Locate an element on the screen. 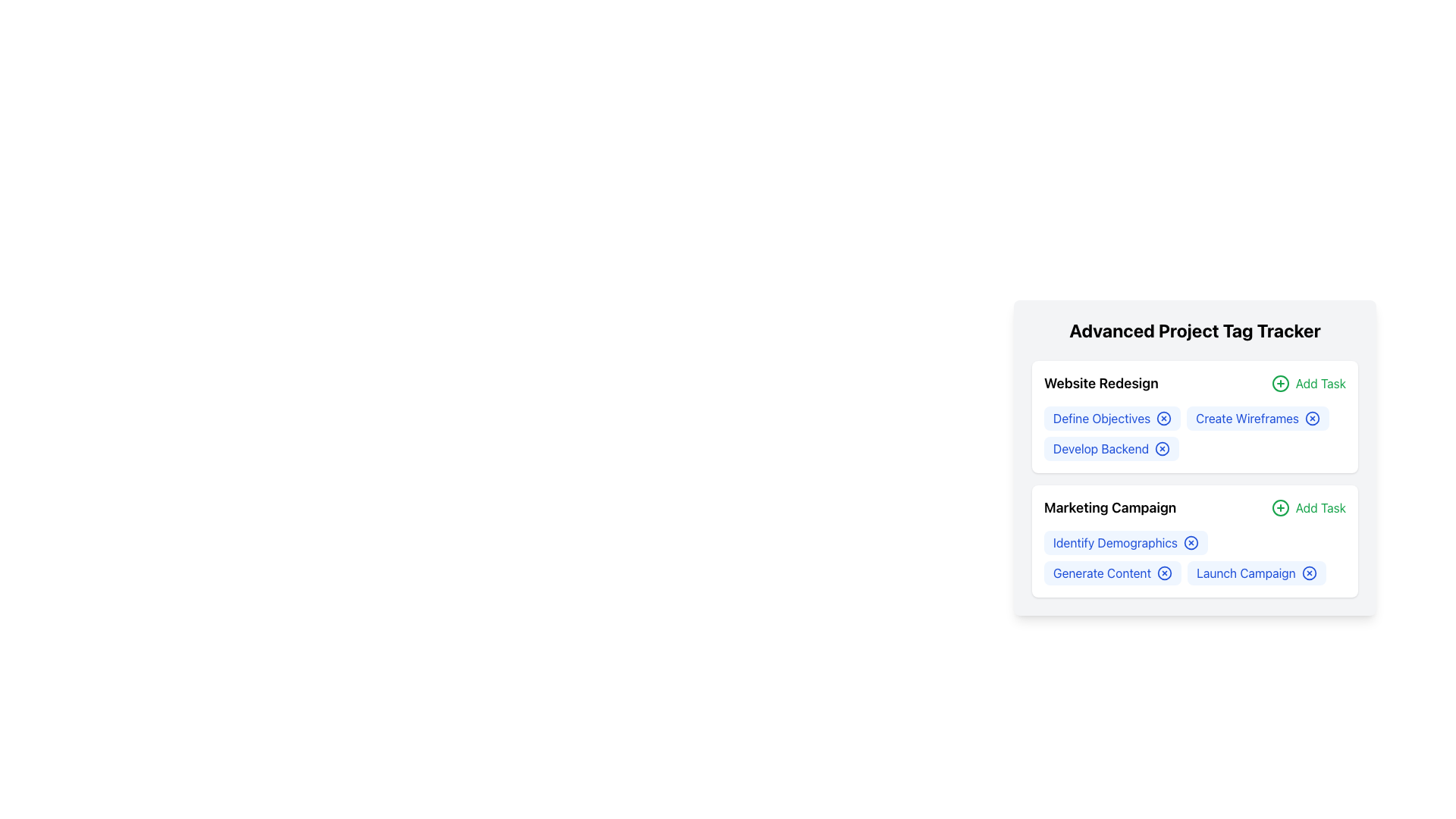 The width and height of the screenshot is (1456, 819). the Text Label that displays the title of a project or task grouping, located in the first section of a task card layout, to quickly identify the context of the tasks listed below it is located at coordinates (1101, 382).